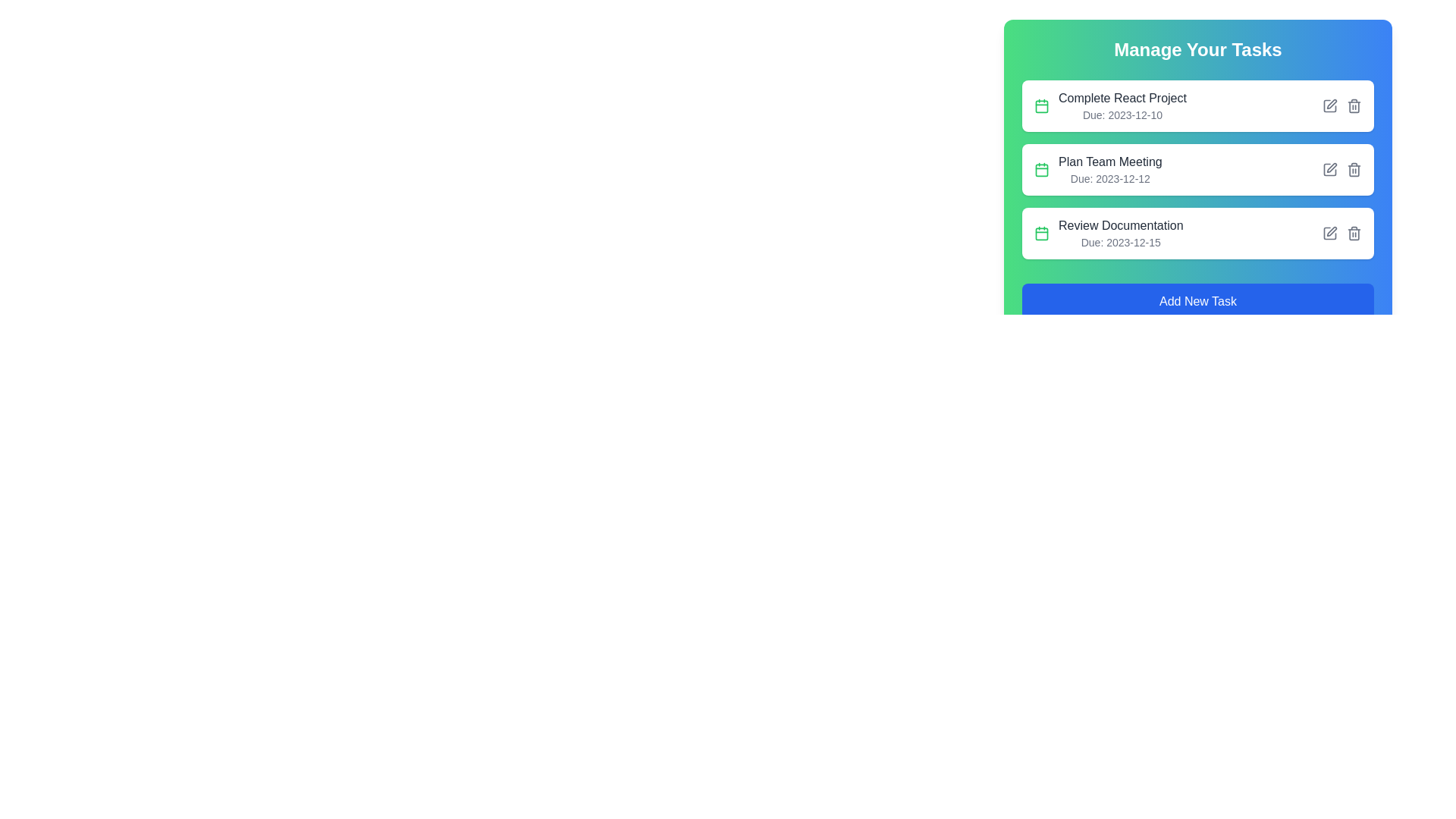 The image size is (1456, 819). Describe the element at coordinates (1331, 168) in the screenshot. I see `the small graphical component resembling a pen's tip, located in the upper right area of the graphic button after the text 'Plan Team Meeting'` at that location.